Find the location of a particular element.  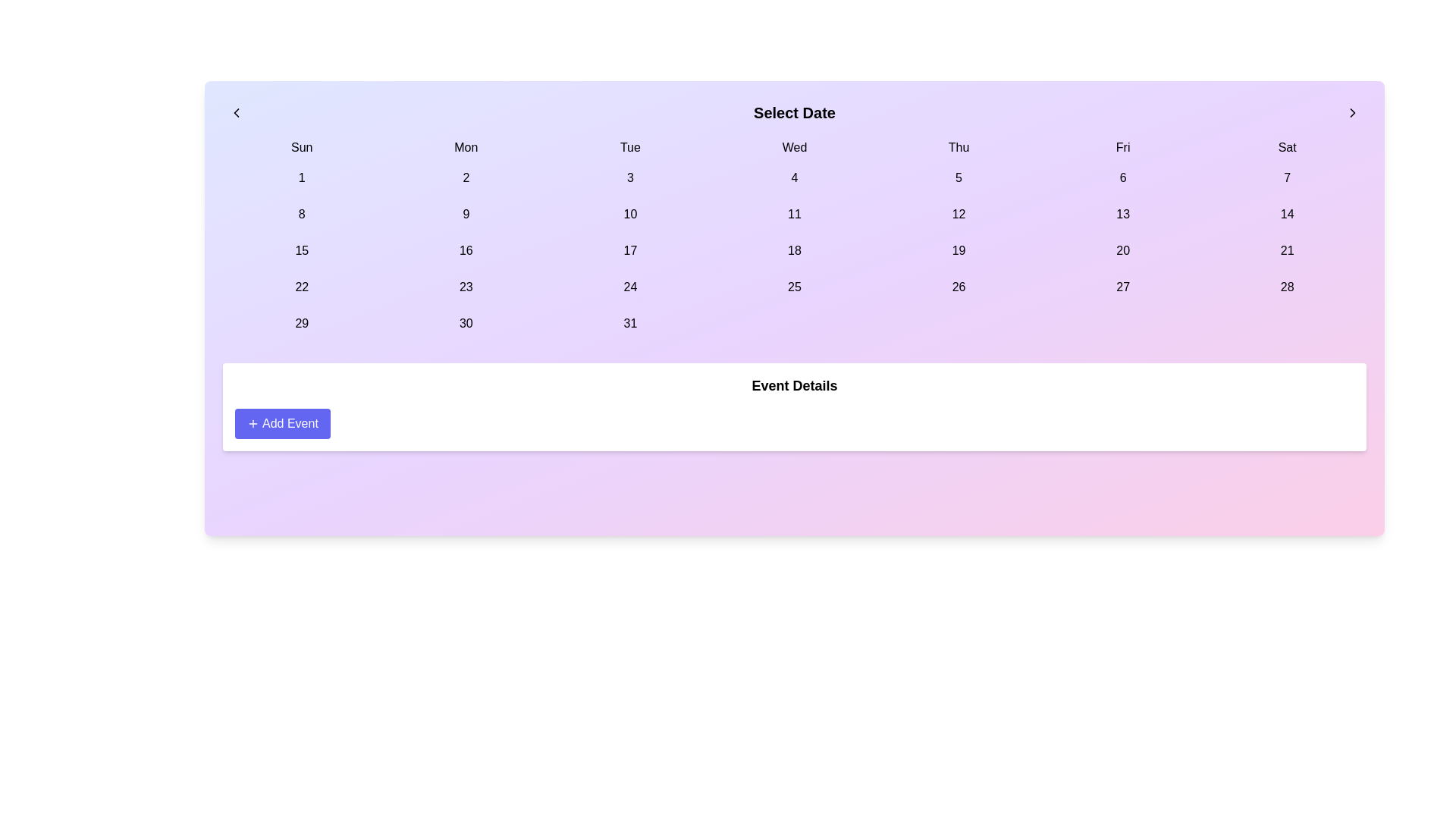

the left chevron icon located in the top-left corner of the interface, which allows users to move or scroll left in a sequence or view is located at coordinates (236, 112).